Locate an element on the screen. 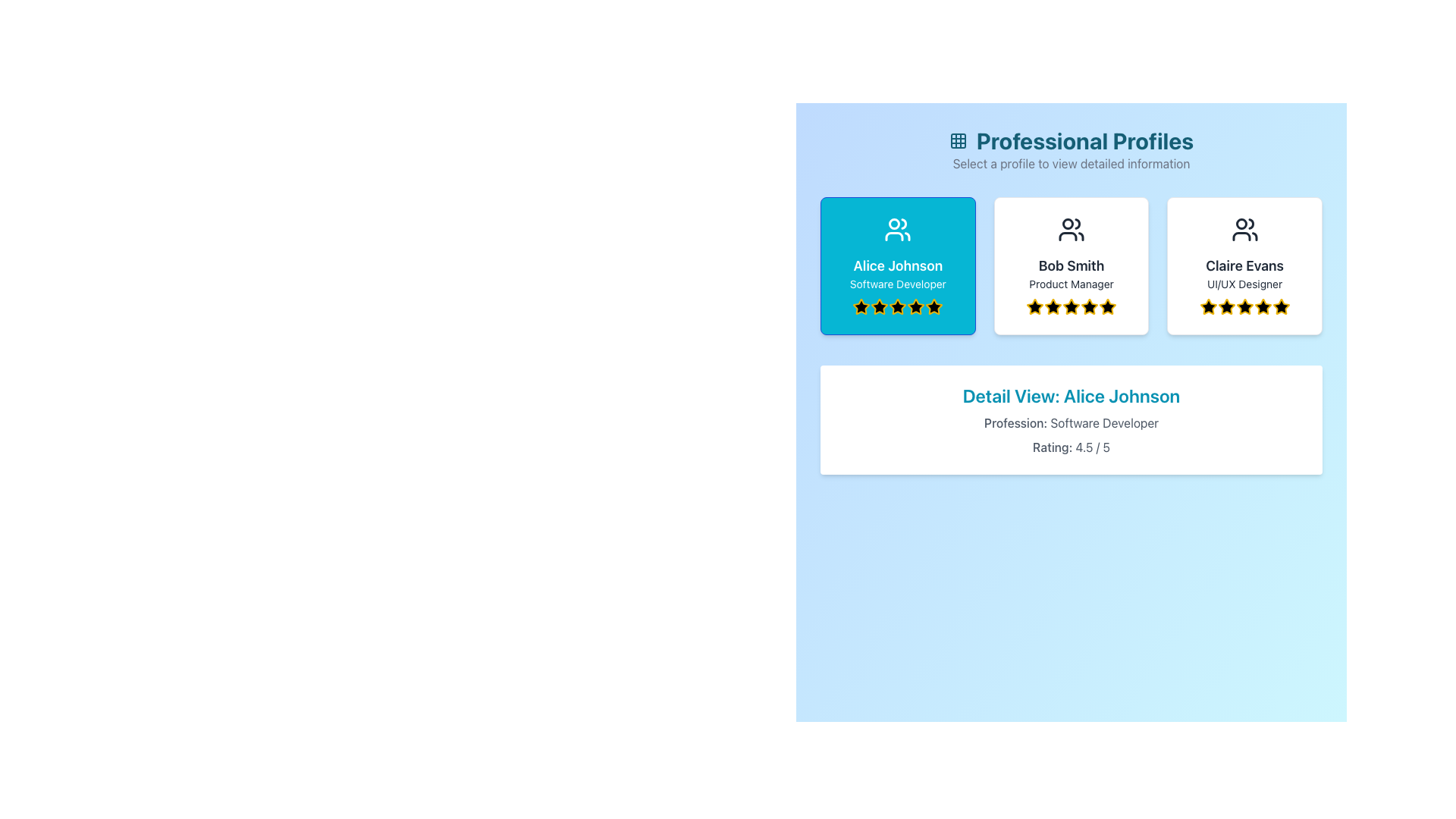  the fourth star-shaped icon in the five-star rating system for 'Claire Evans' in the 'Professional Profiles' section, which is highlighted with a yellow fill and black border is located at coordinates (1244, 307).